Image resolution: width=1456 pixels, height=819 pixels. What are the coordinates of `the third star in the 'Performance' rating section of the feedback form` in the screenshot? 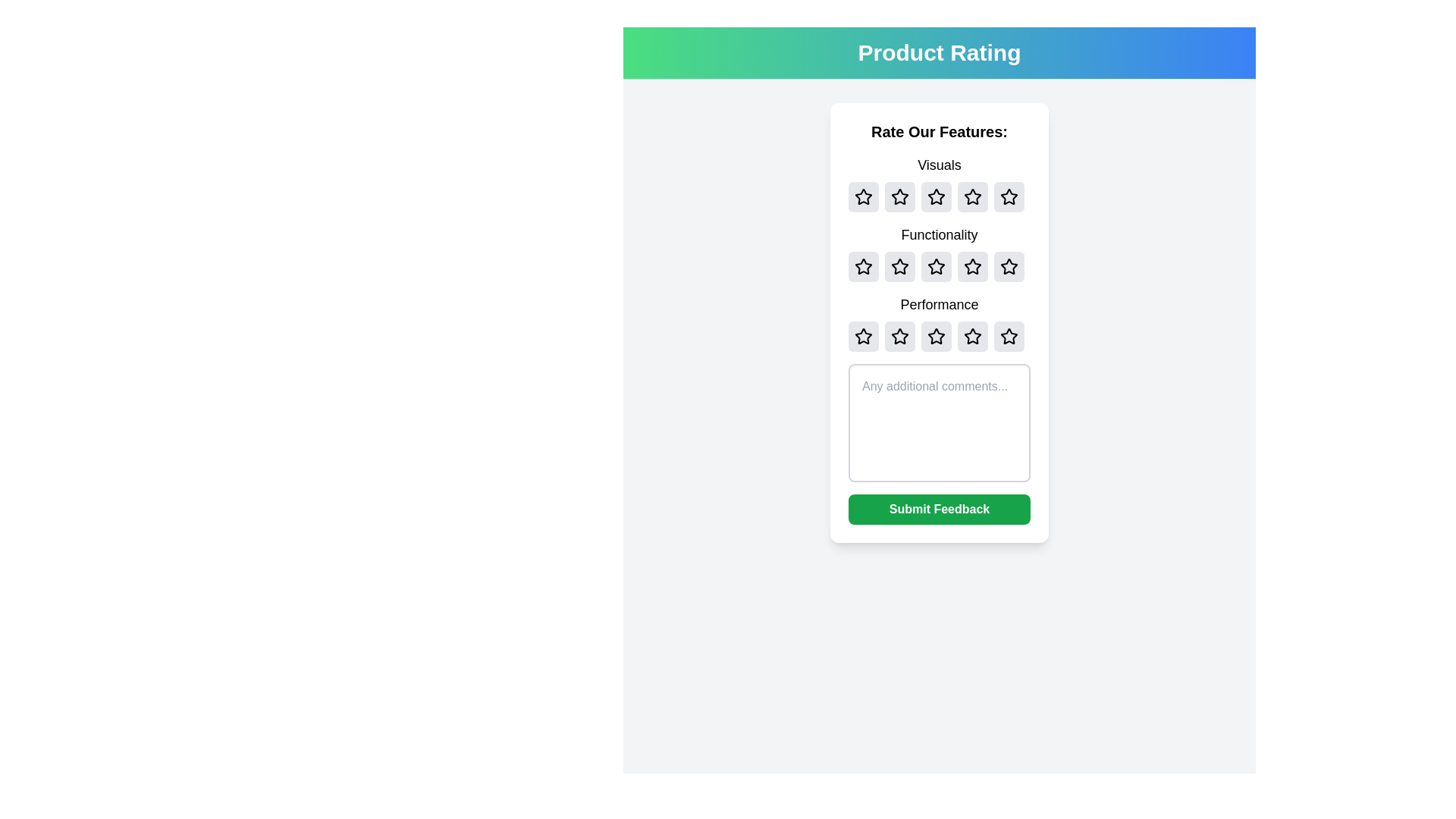 It's located at (935, 335).